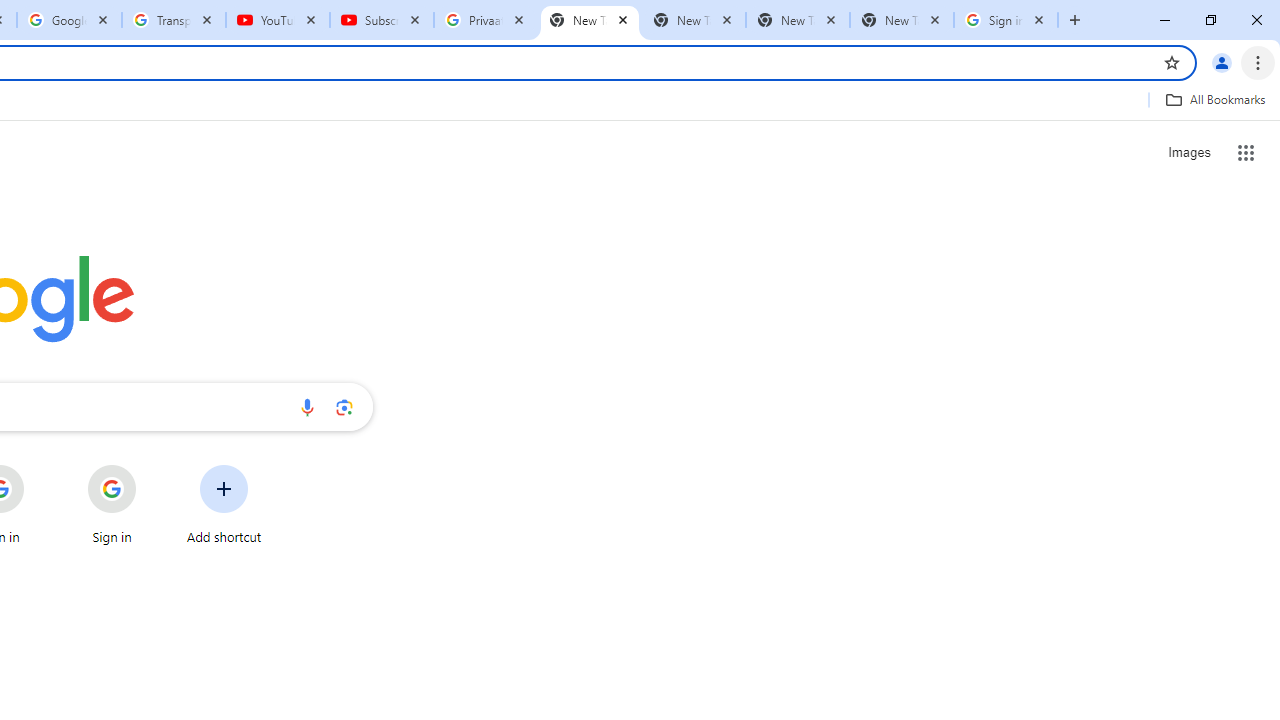 This screenshot has width=1280, height=720. What do you see at coordinates (277, 20) in the screenshot?
I see `'YouTube'` at bounding box center [277, 20].